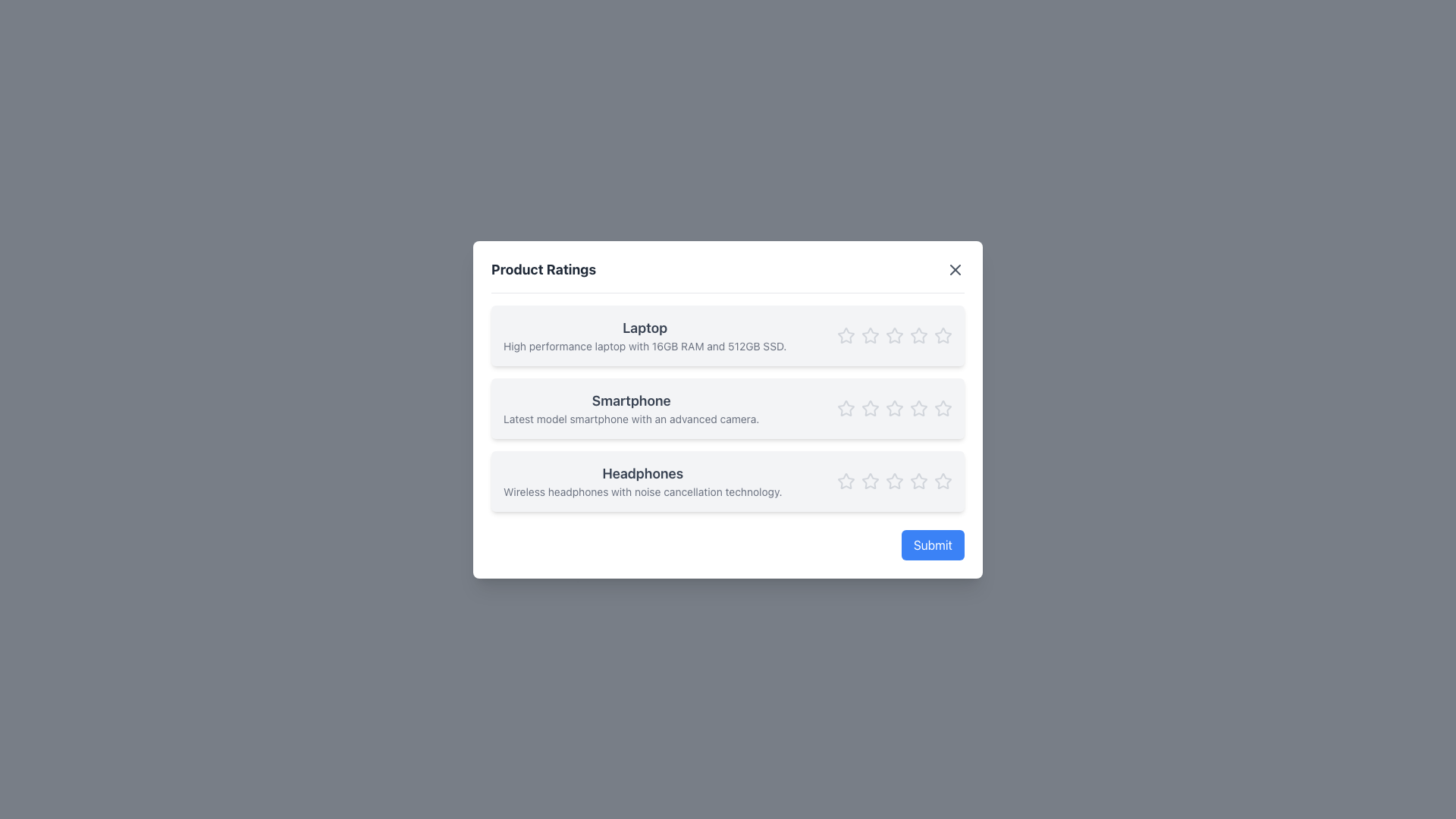  What do you see at coordinates (918, 481) in the screenshot?
I see `the third star-shaped rating icon for the 'Headphones' product, which is outlined and located at the right edge of the rating row` at bounding box center [918, 481].